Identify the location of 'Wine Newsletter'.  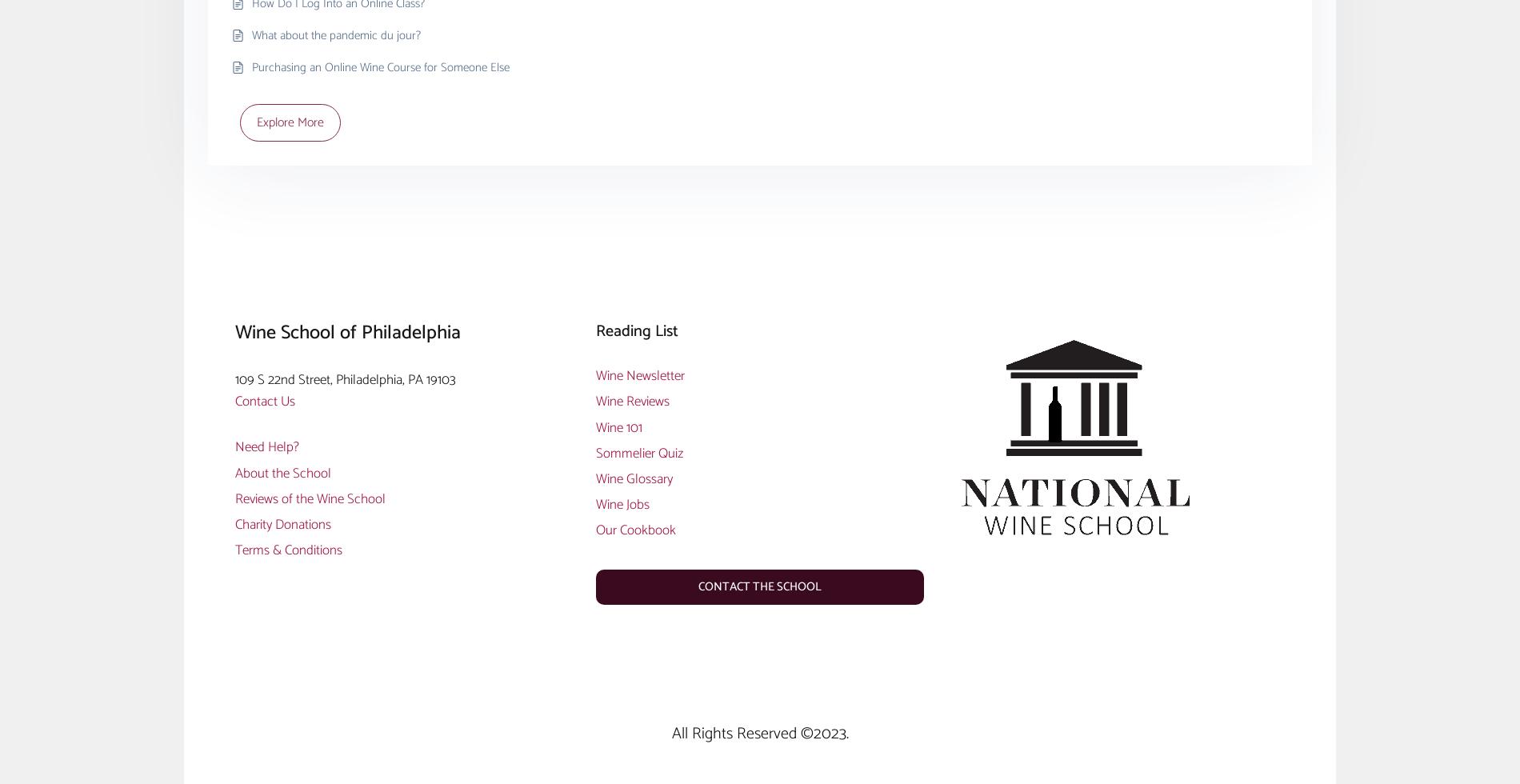
(638, 376).